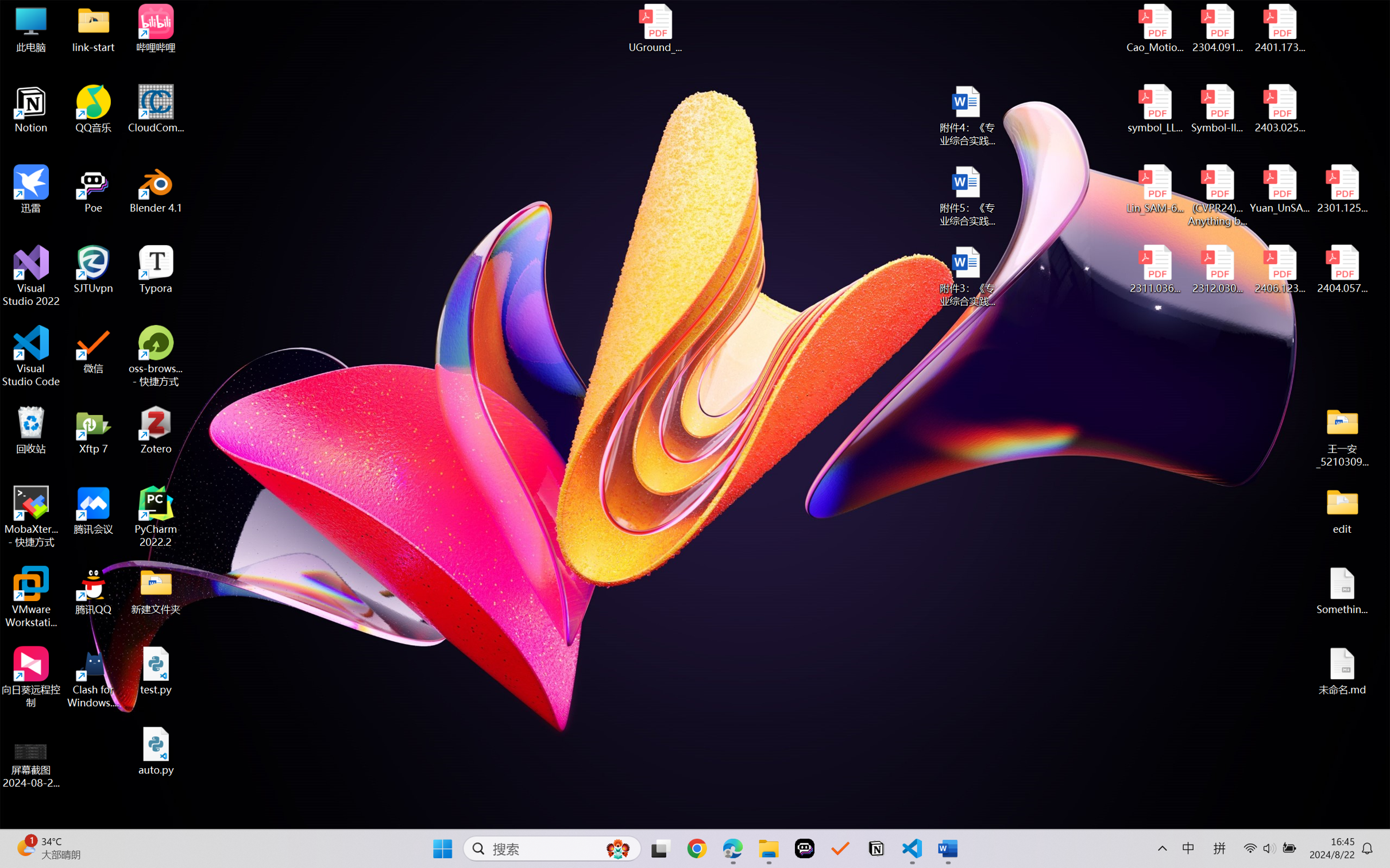 The image size is (1390, 868). Describe the element at coordinates (94, 269) in the screenshot. I see `'SJTUvpn'` at that location.